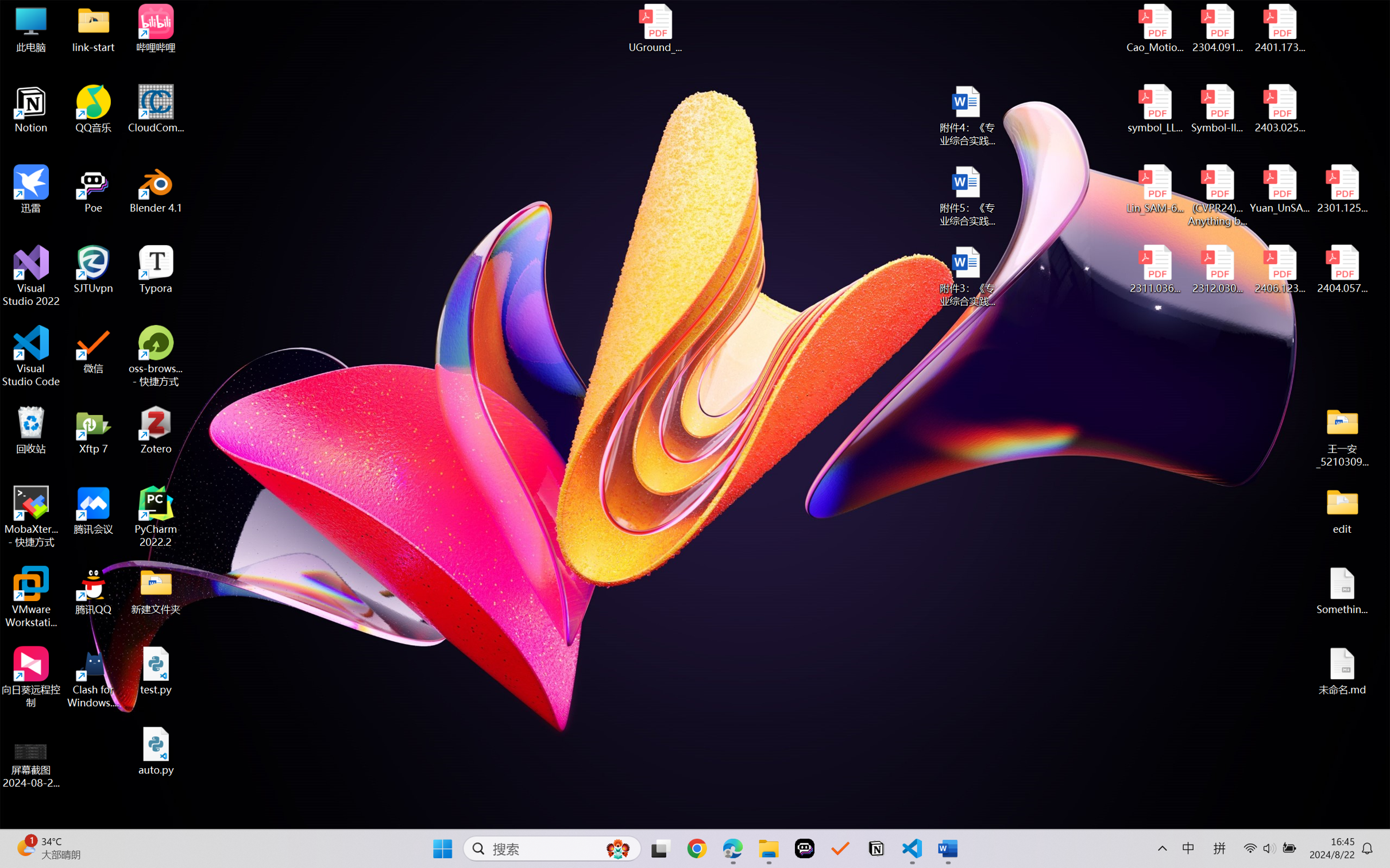 The image size is (1390, 868). Describe the element at coordinates (94, 269) in the screenshot. I see `'SJTUvpn'` at that location.